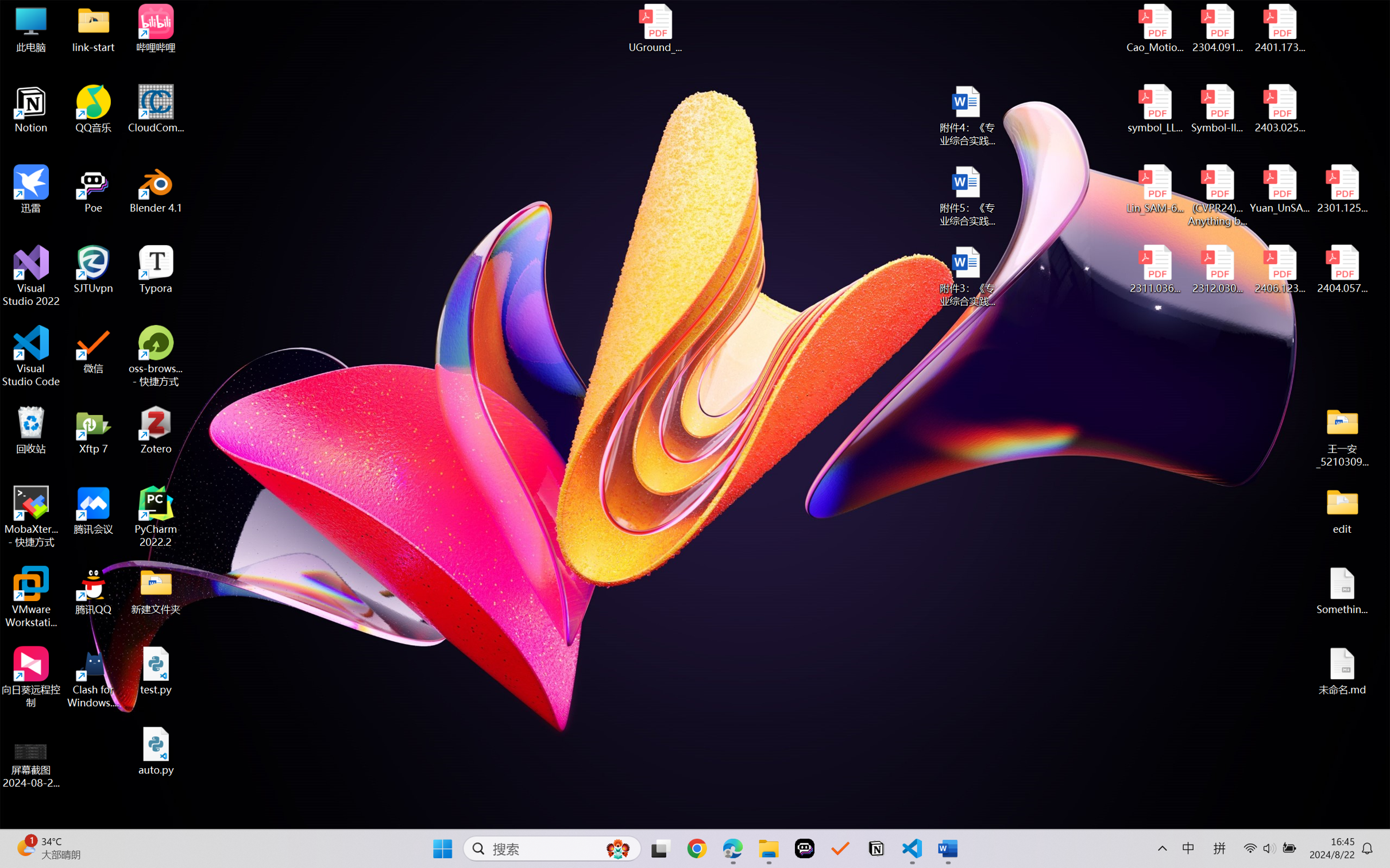 The image size is (1390, 868). Describe the element at coordinates (94, 269) in the screenshot. I see `'SJTUvpn'` at that location.